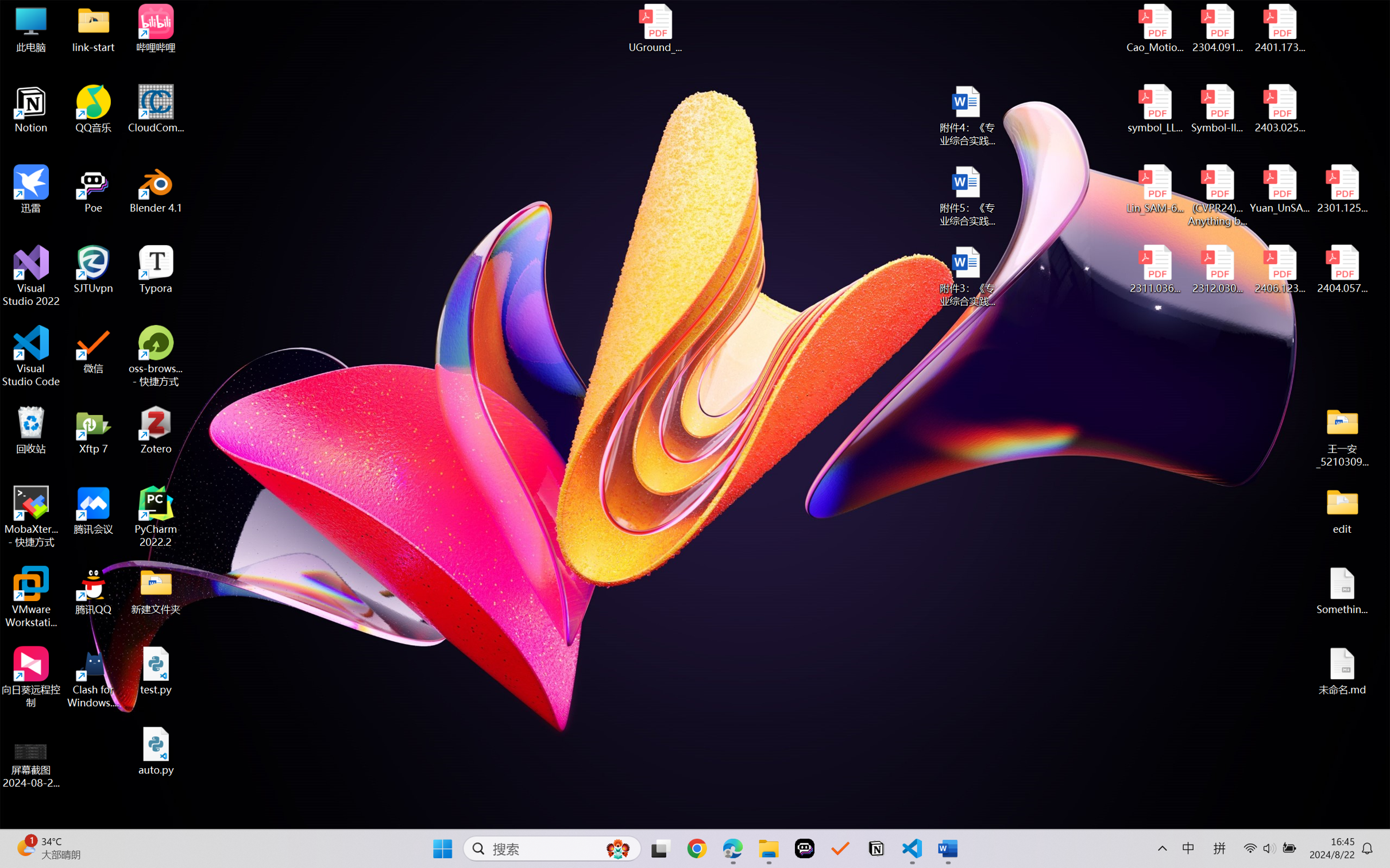 The image size is (1390, 868). Describe the element at coordinates (94, 269) in the screenshot. I see `'SJTUvpn'` at that location.